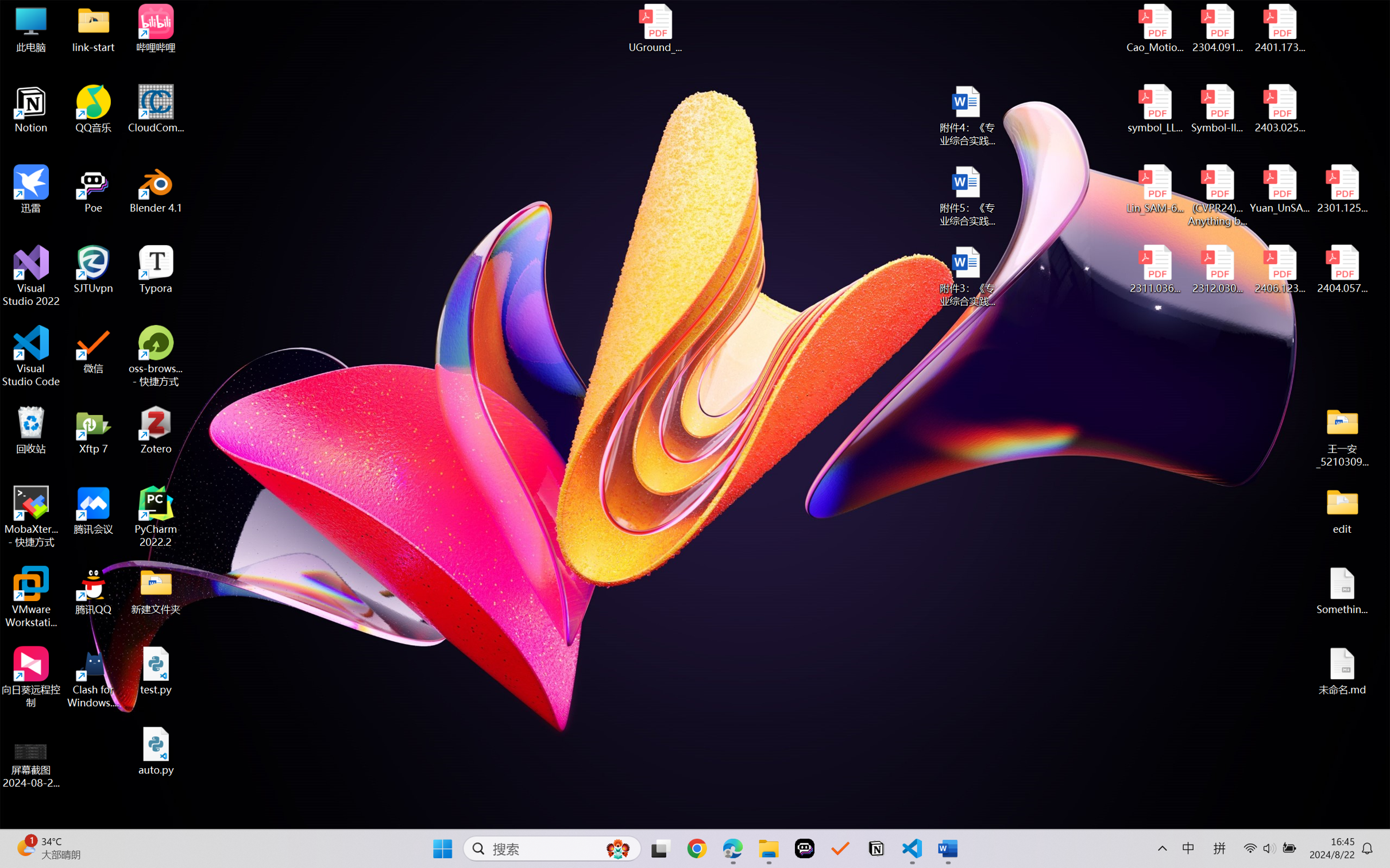 The image size is (1390, 868). Describe the element at coordinates (94, 269) in the screenshot. I see `'SJTUvpn'` at that location.